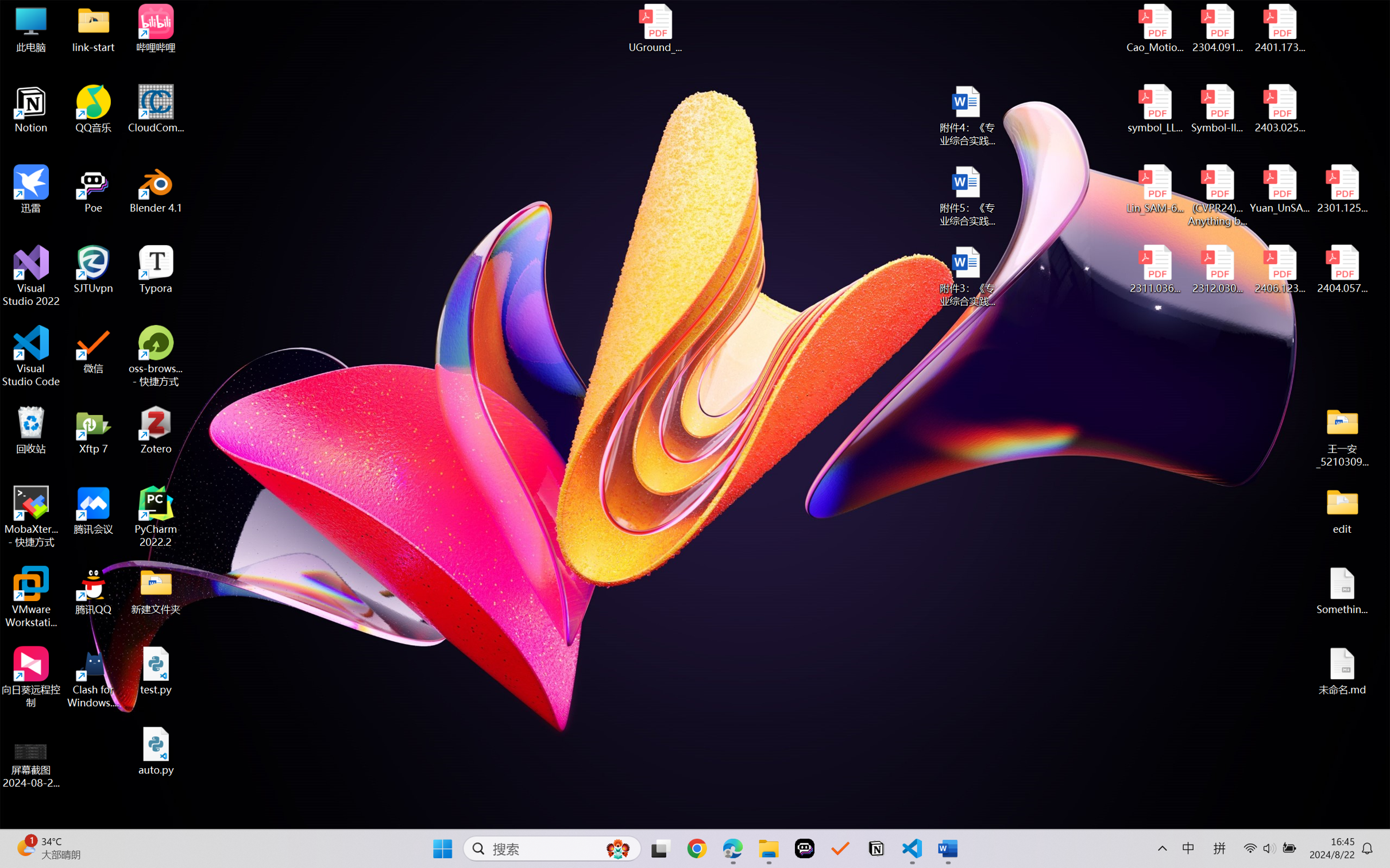 The image size is (1390, 868). Describe the element at coordinates (94, 269) in the screenshot. I see `'SJTUvpn'` at that location.